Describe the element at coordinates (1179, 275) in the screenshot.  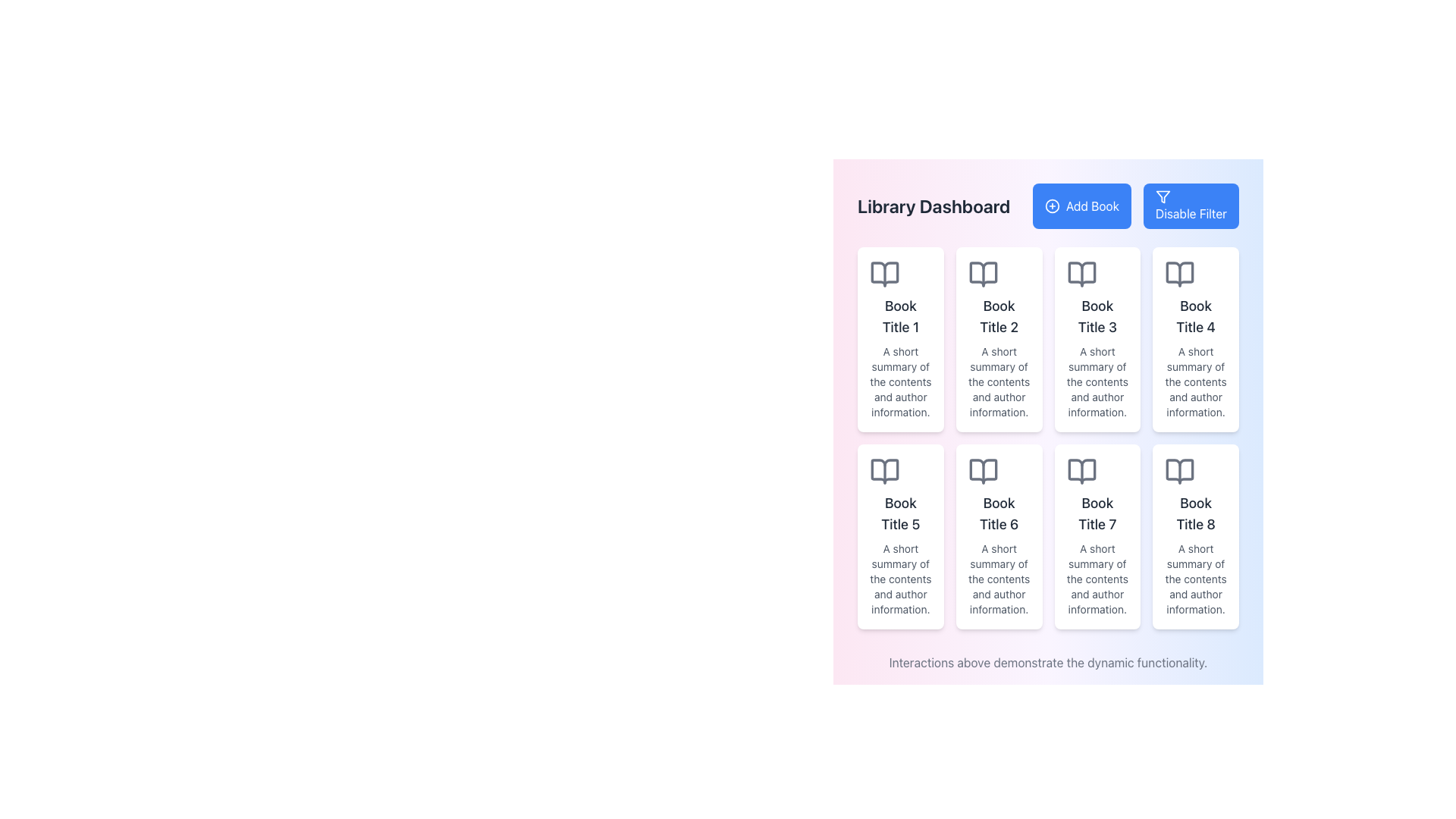
I see `the light gray book icon outlined with strokes located at the top-left corner of the card displaying 'Book Title 4'` at that location.